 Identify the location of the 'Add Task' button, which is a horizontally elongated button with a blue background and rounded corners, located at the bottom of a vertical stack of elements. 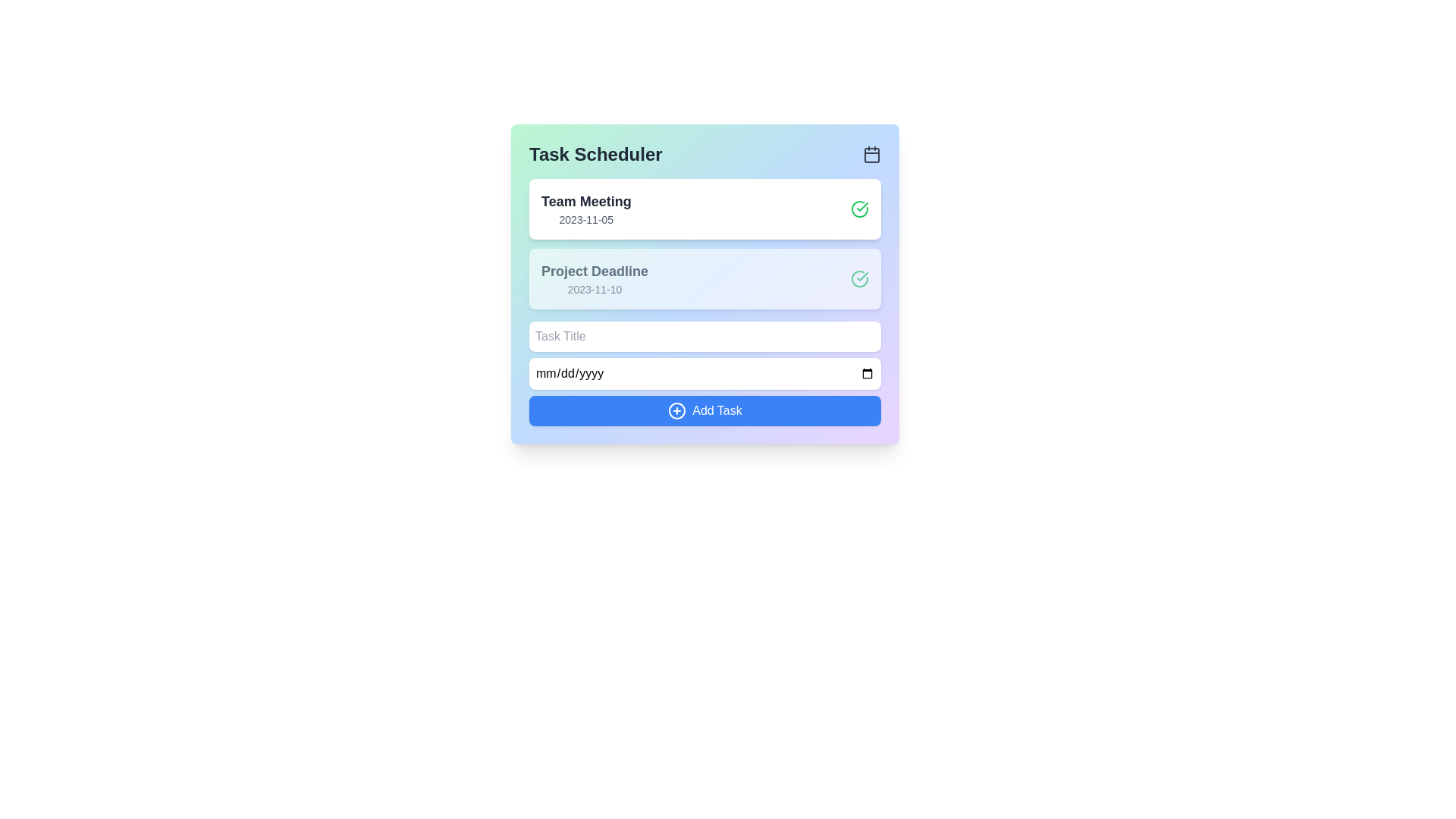
(704, 411).